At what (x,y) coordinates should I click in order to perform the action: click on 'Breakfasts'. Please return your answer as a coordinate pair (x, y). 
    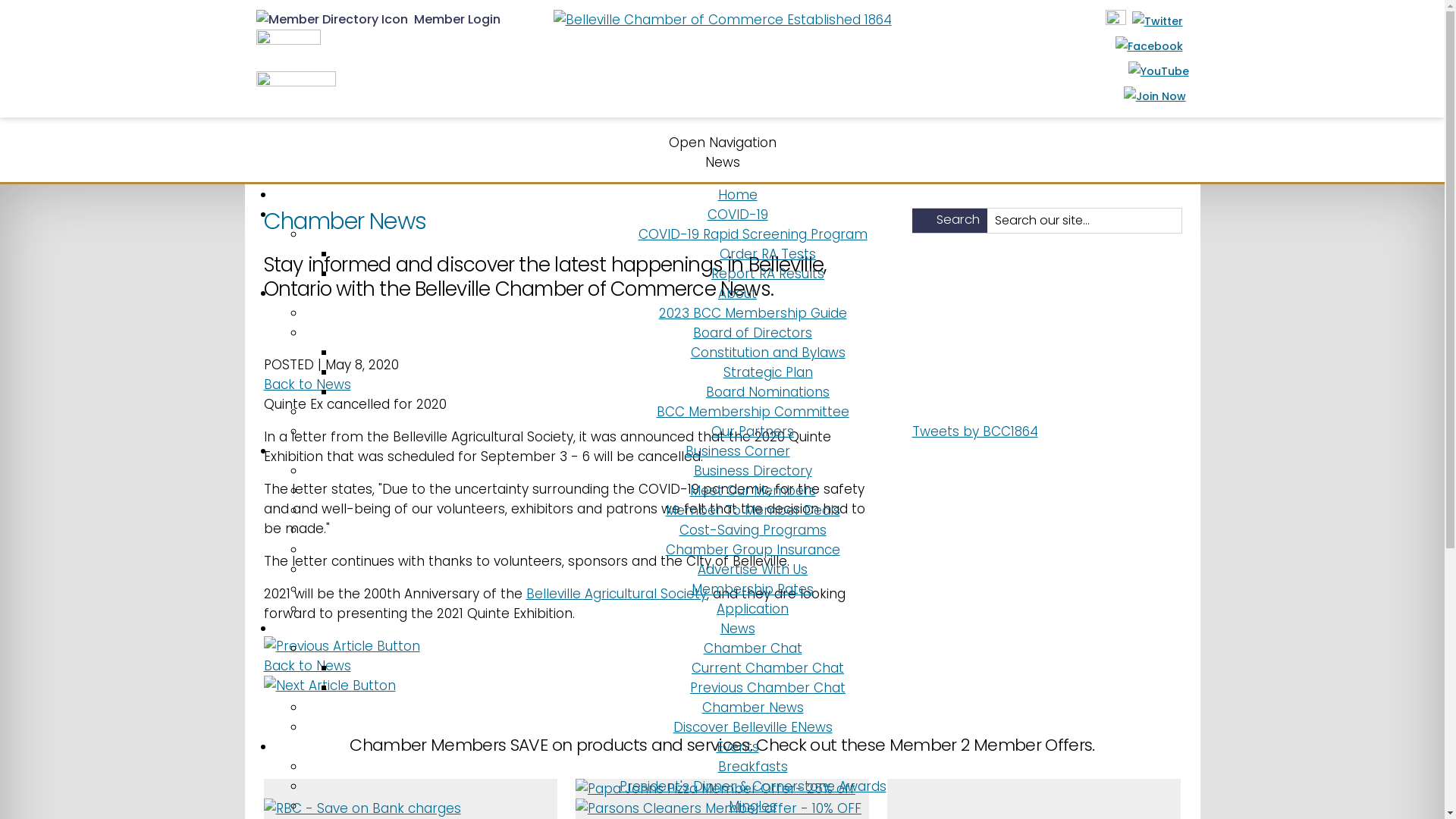
    Looking at the image, I should click on (752, 766).